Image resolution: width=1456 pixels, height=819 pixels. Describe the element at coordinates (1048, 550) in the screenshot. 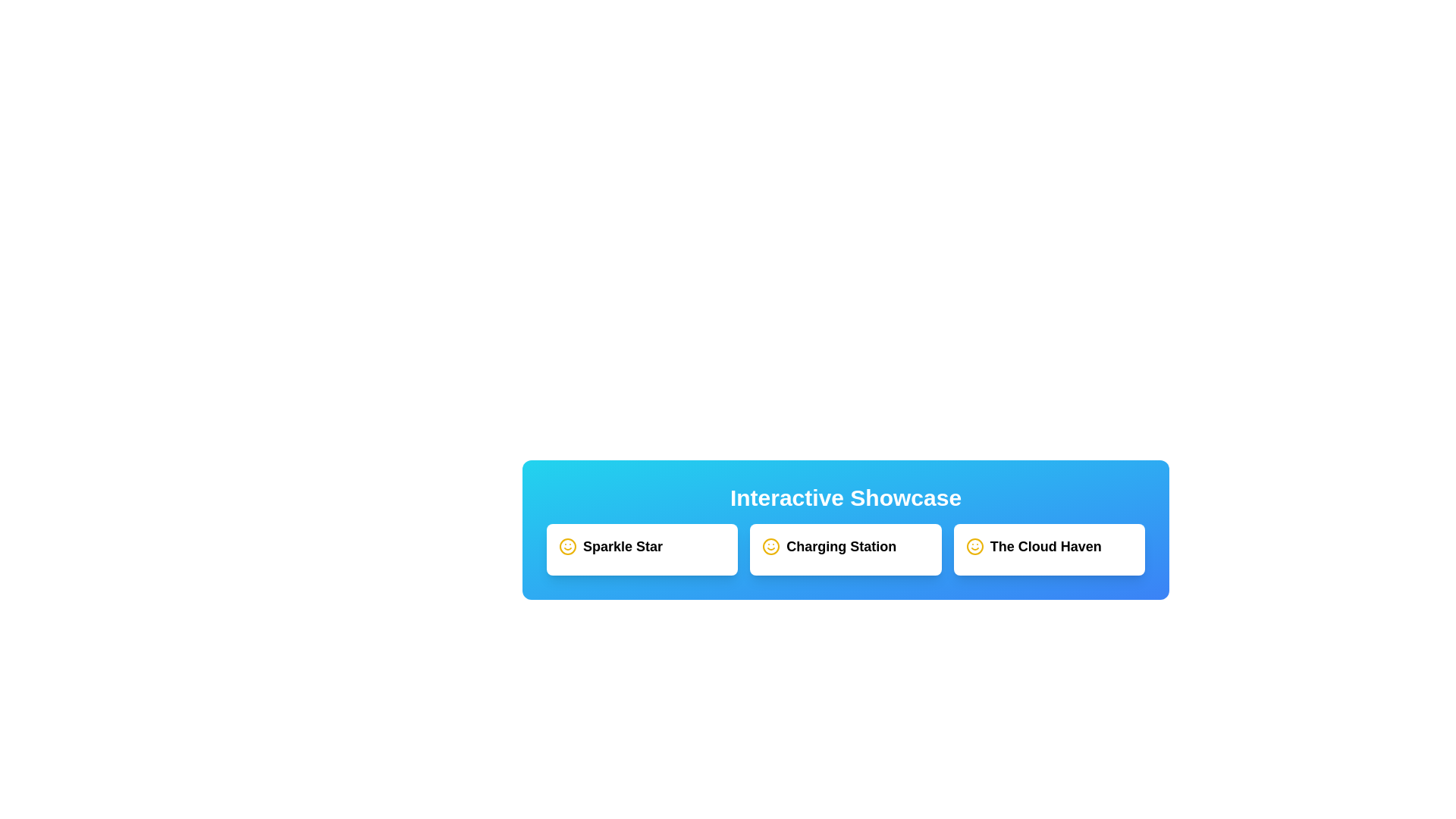

I see `the informational card for 'The Cloud Haven', which is the third card in a row of three cards, located to the right of the 'Charging Station' card` at that location.